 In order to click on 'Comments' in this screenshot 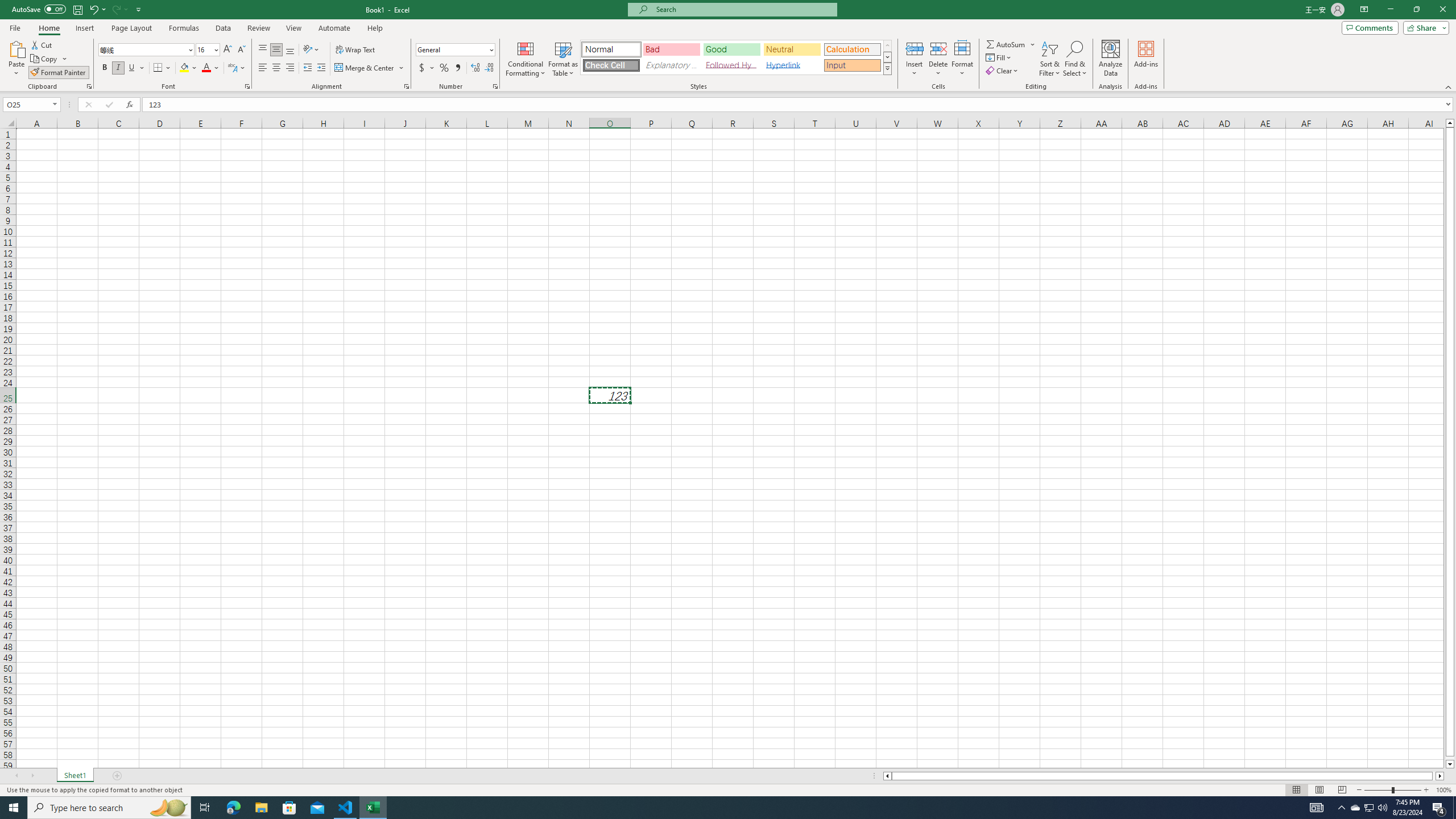, I will do `click(1370, 27)`.